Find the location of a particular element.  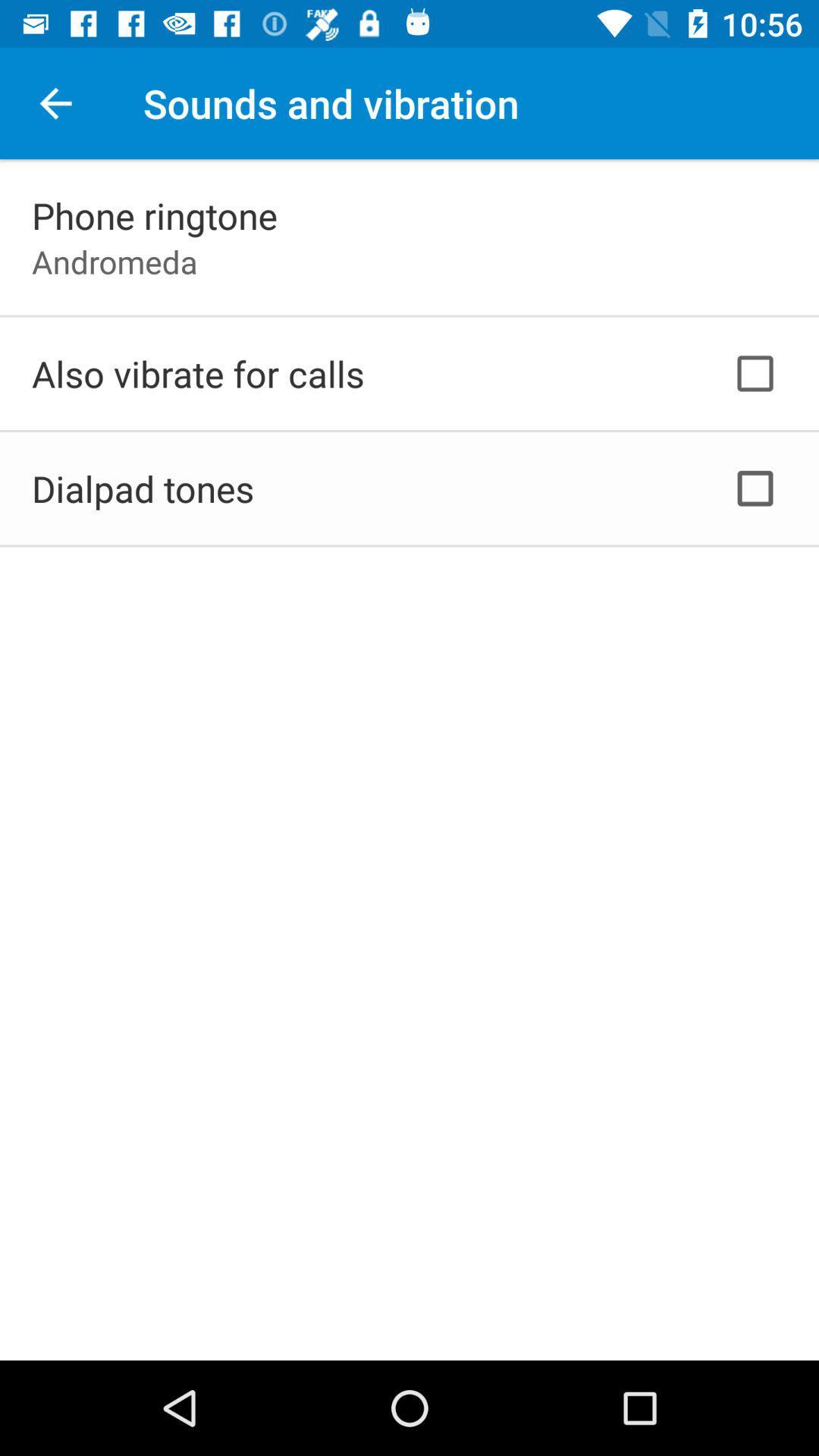

the andromeda is located at coordinates (114, 262).